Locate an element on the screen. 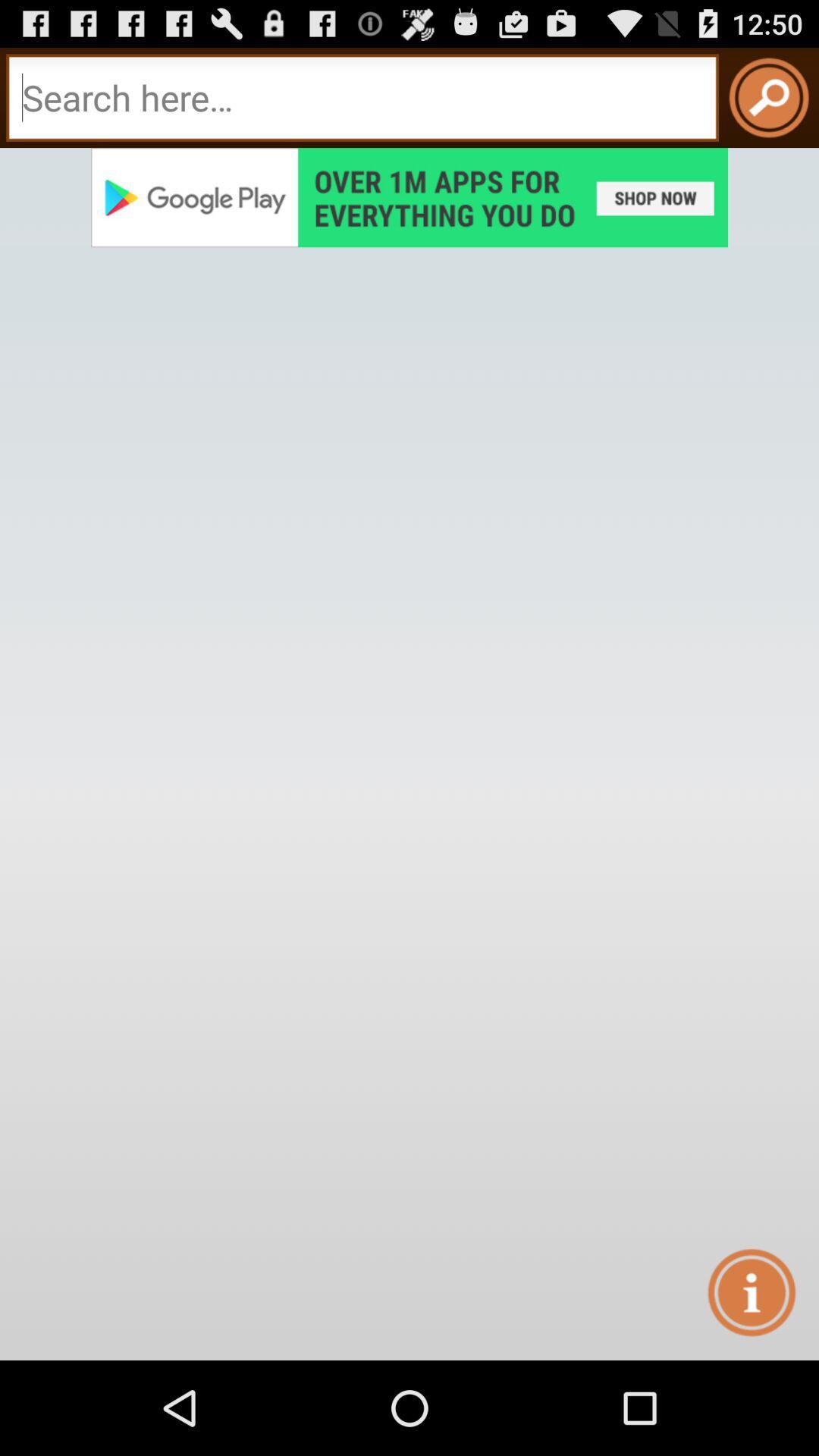 Image resolution: width=819 pixels, height=1456 pixels. type in the search bar is located at coordinates (362, 97).